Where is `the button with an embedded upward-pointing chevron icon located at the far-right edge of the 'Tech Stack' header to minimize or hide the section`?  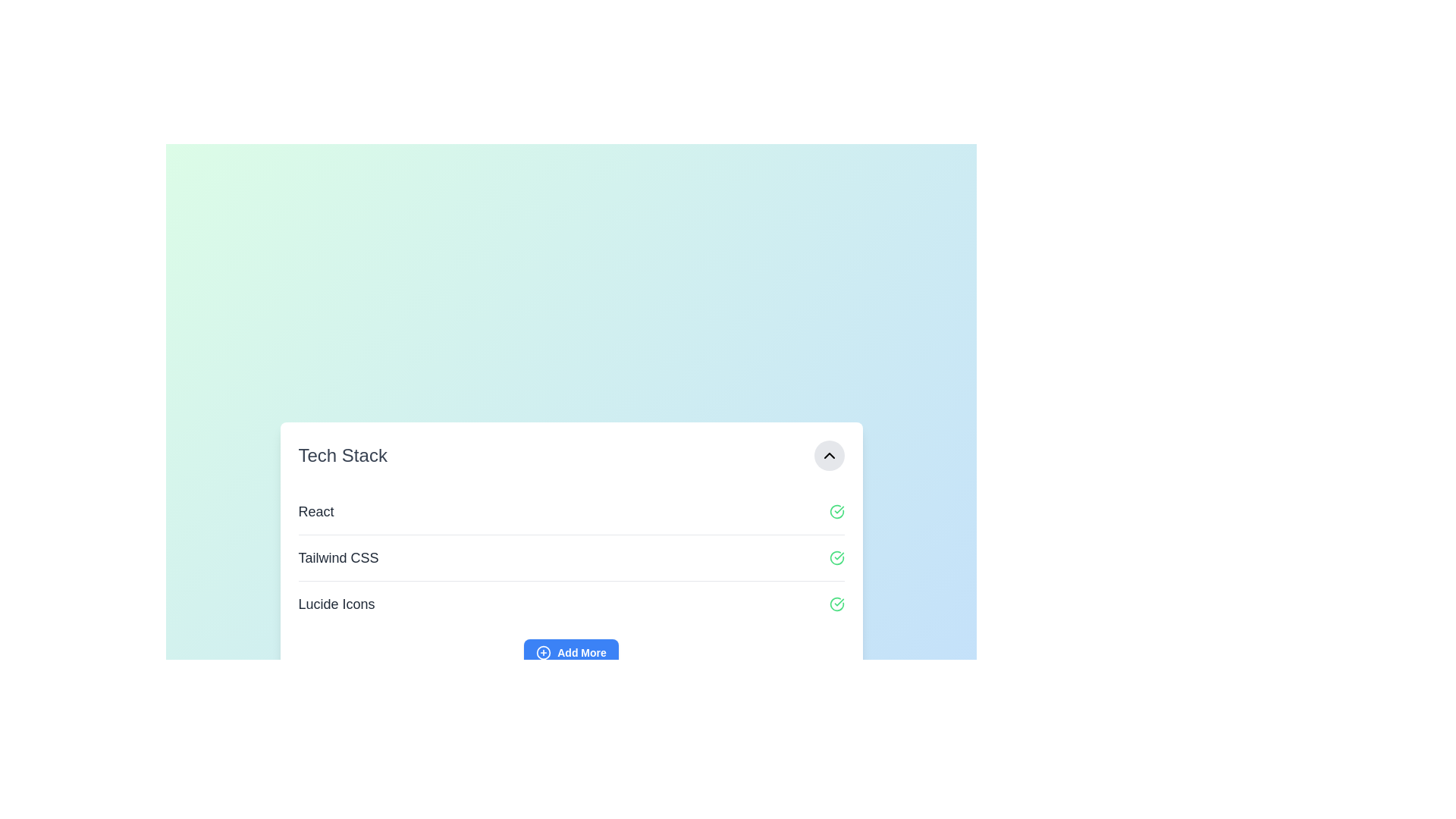
the button with an embedded upward-pointing chevron icon located at the far-right edge of the 'Tech Stack' header to minimize or hide the section is located at coordinates (828, 455).